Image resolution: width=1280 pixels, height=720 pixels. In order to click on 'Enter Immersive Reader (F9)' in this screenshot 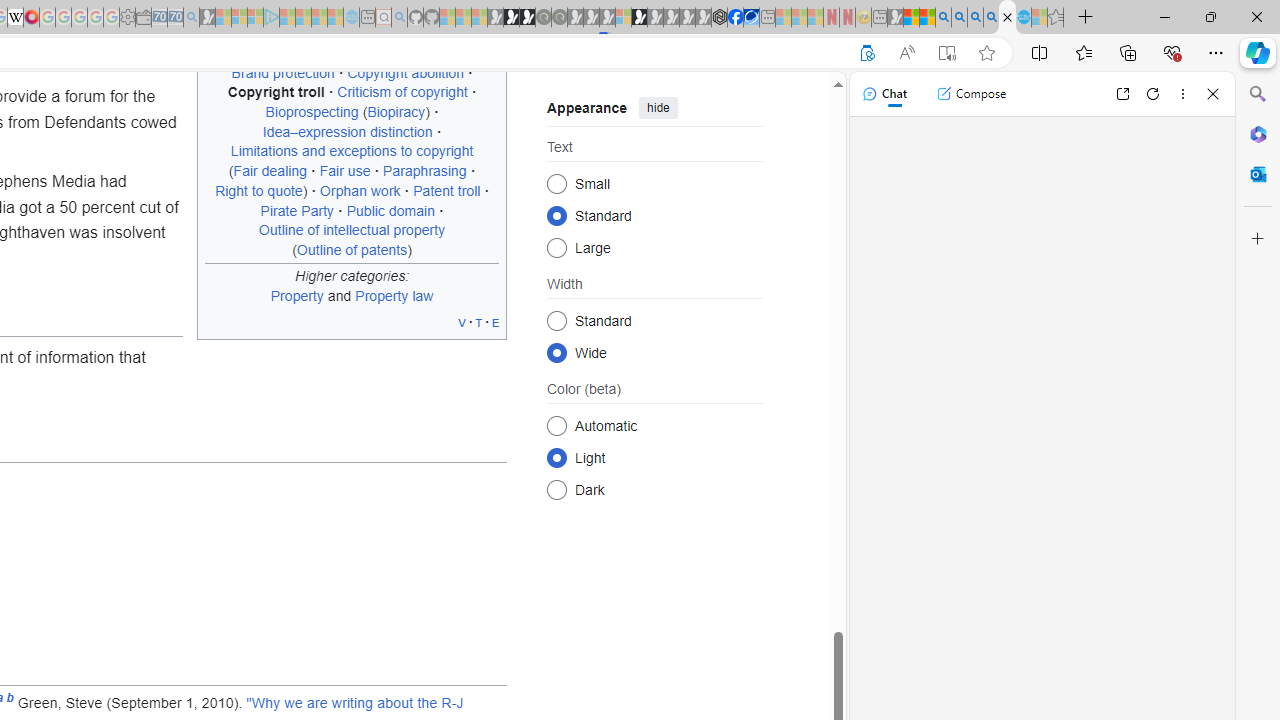, I will do `click(945, 52)`.